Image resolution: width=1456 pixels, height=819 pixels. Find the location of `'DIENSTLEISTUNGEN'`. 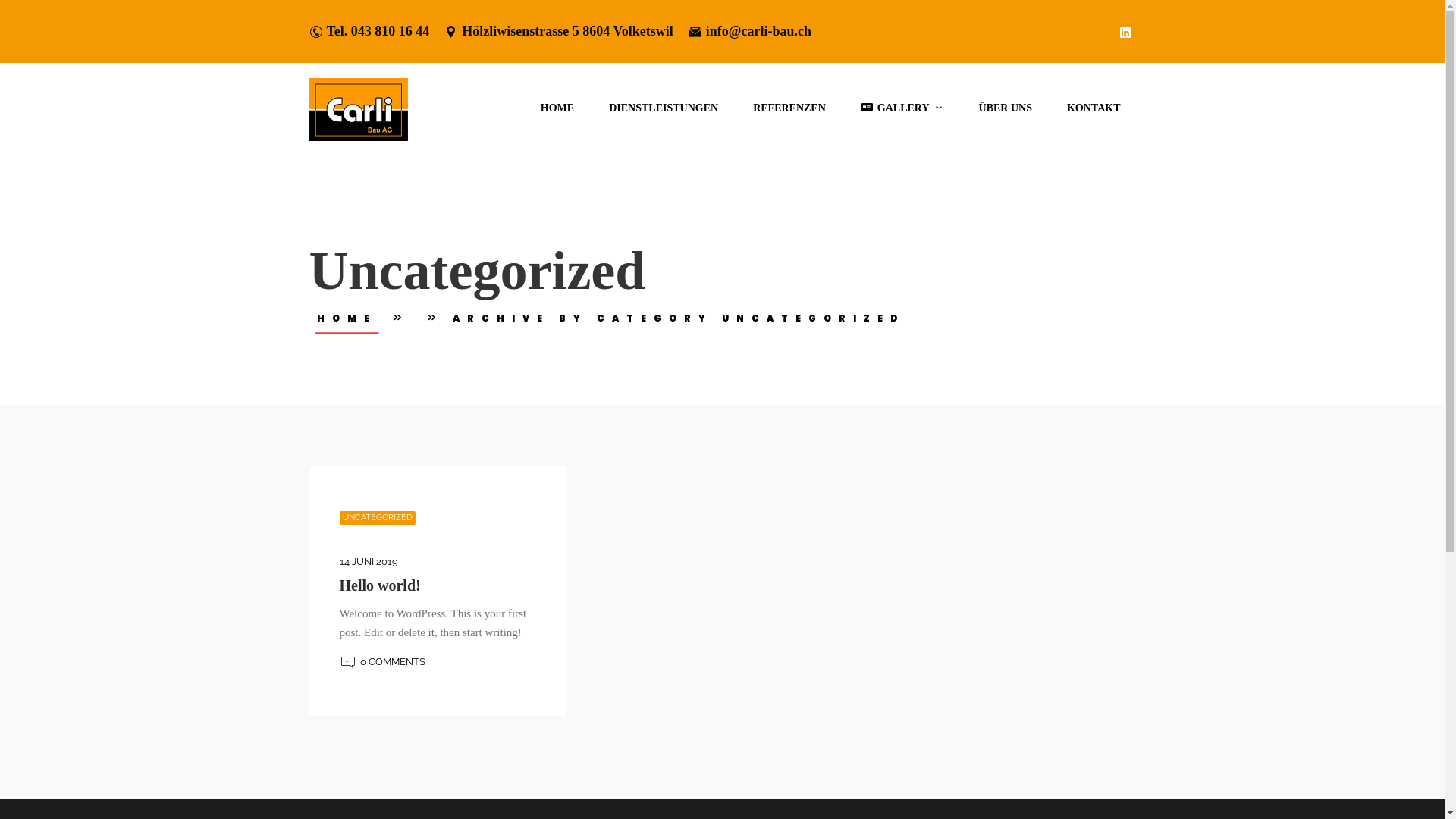

'DIENSTLEISTUNGEN' is located at coordinates (663, 107).